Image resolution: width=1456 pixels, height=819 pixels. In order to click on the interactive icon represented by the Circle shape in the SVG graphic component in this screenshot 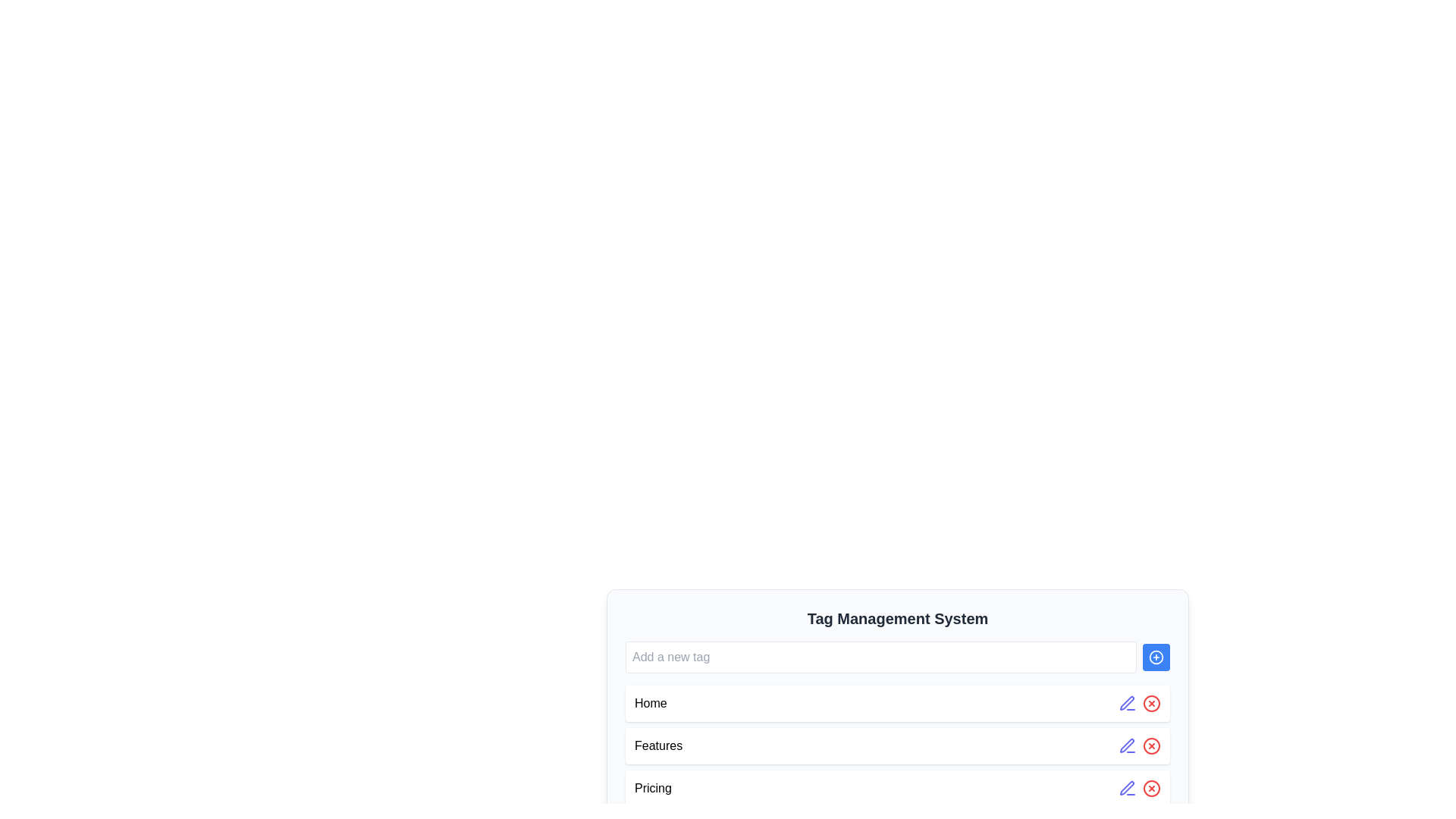, I will do `click(1156, 657)`.